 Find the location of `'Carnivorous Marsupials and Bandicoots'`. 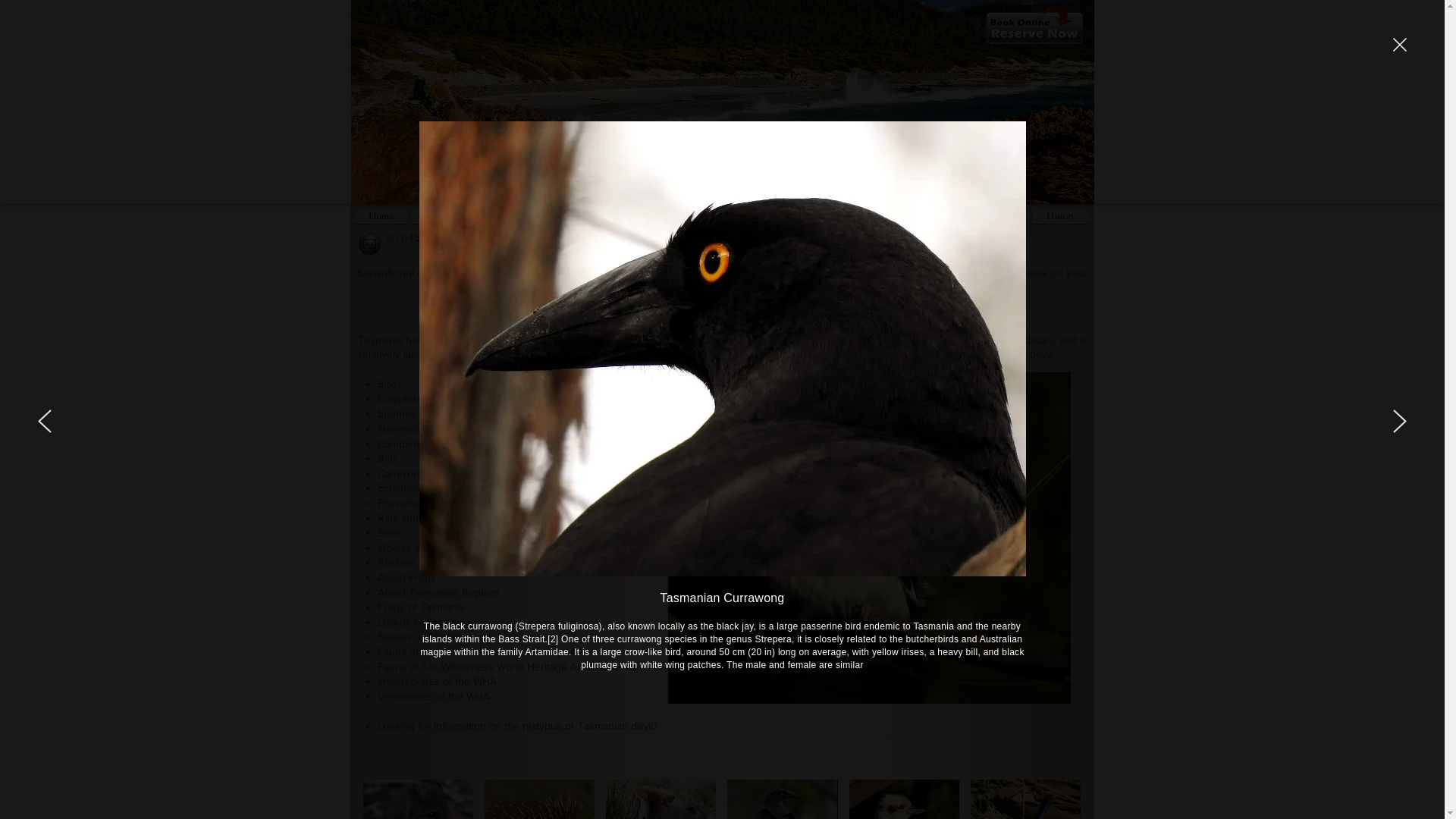

'Carnivorous Marsupials and Bandicoots' is located at coordinates (469, 472).